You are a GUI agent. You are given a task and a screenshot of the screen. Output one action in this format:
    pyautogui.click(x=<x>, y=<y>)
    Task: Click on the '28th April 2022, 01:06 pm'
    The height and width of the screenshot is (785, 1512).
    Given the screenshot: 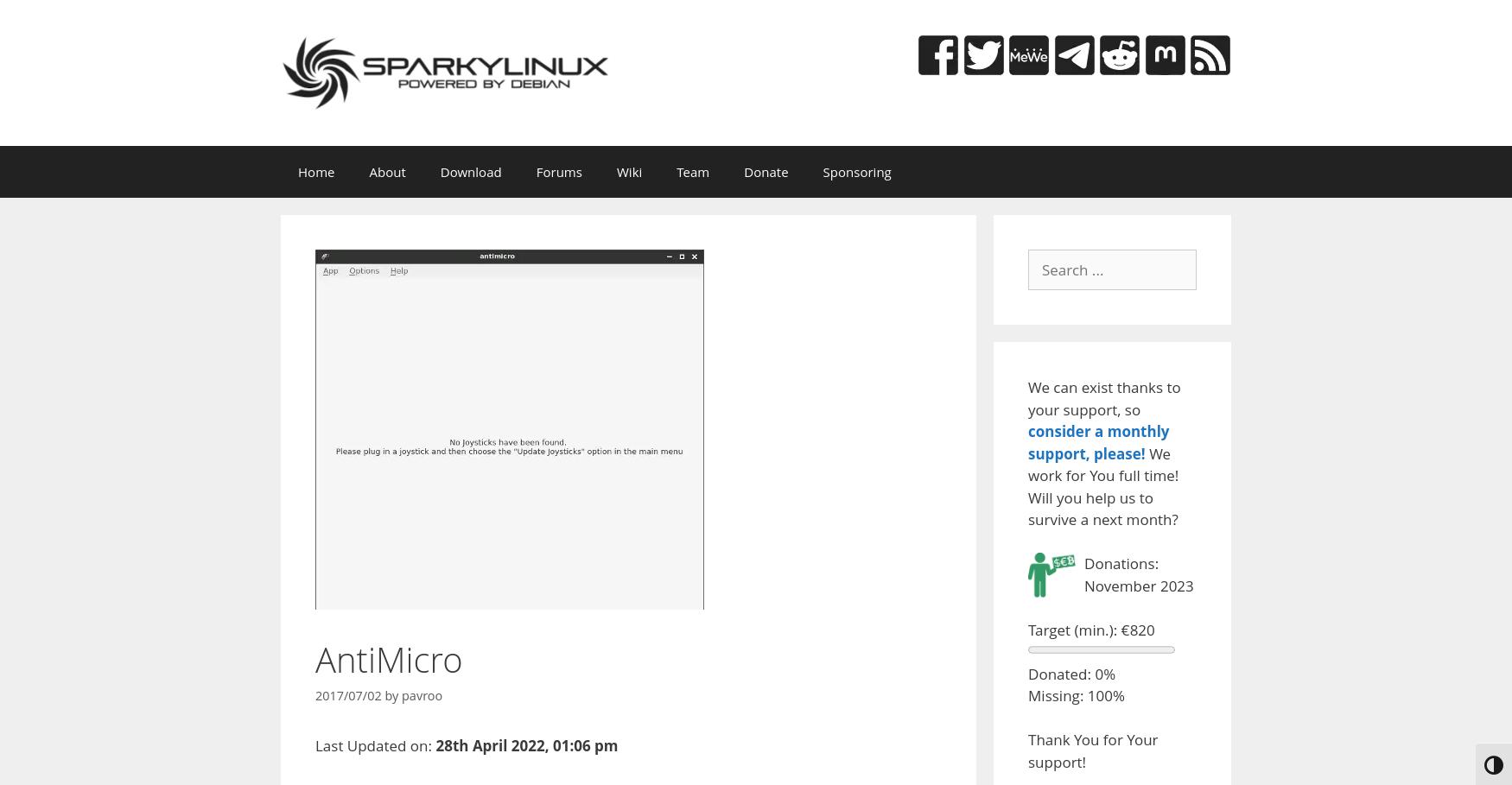 What is the action you would take?
    pyautogui.click(x=526, y=744)
    